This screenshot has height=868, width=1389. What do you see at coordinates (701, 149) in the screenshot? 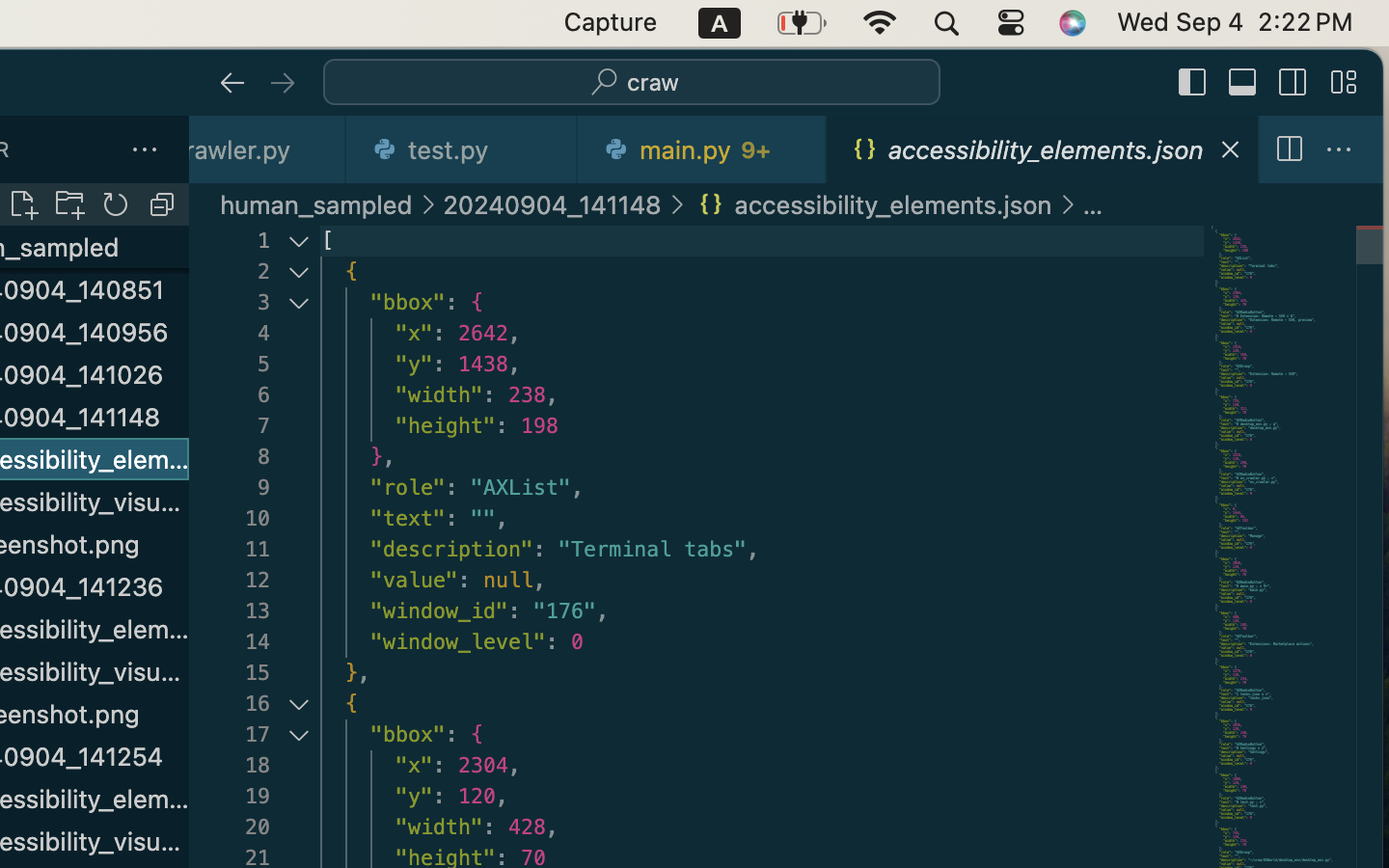
I see `'0 main.py   9+'` at bounding box center [701, 149].